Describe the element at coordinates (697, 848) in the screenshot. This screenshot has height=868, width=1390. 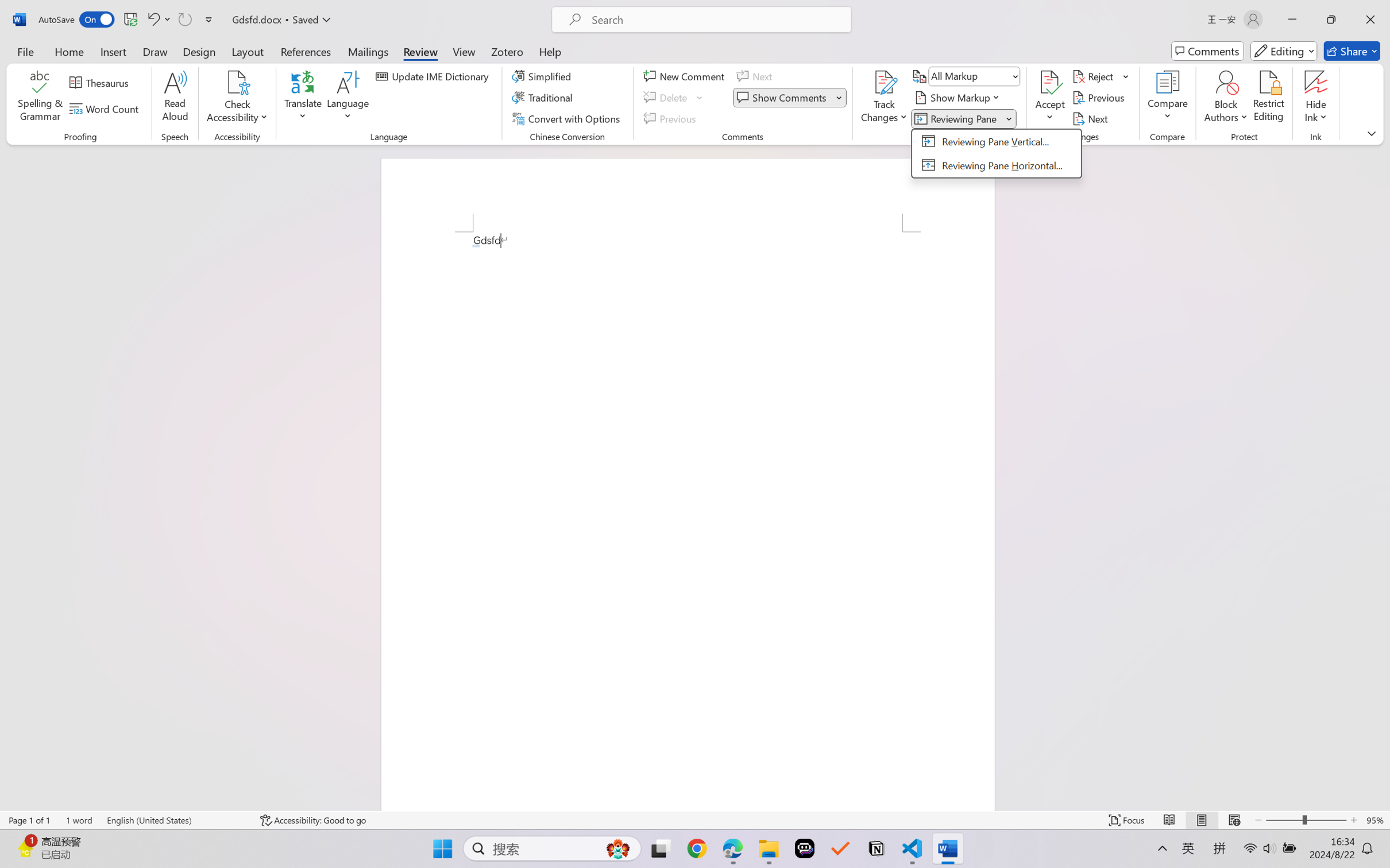
I see `'Google Chrome'` at that location.